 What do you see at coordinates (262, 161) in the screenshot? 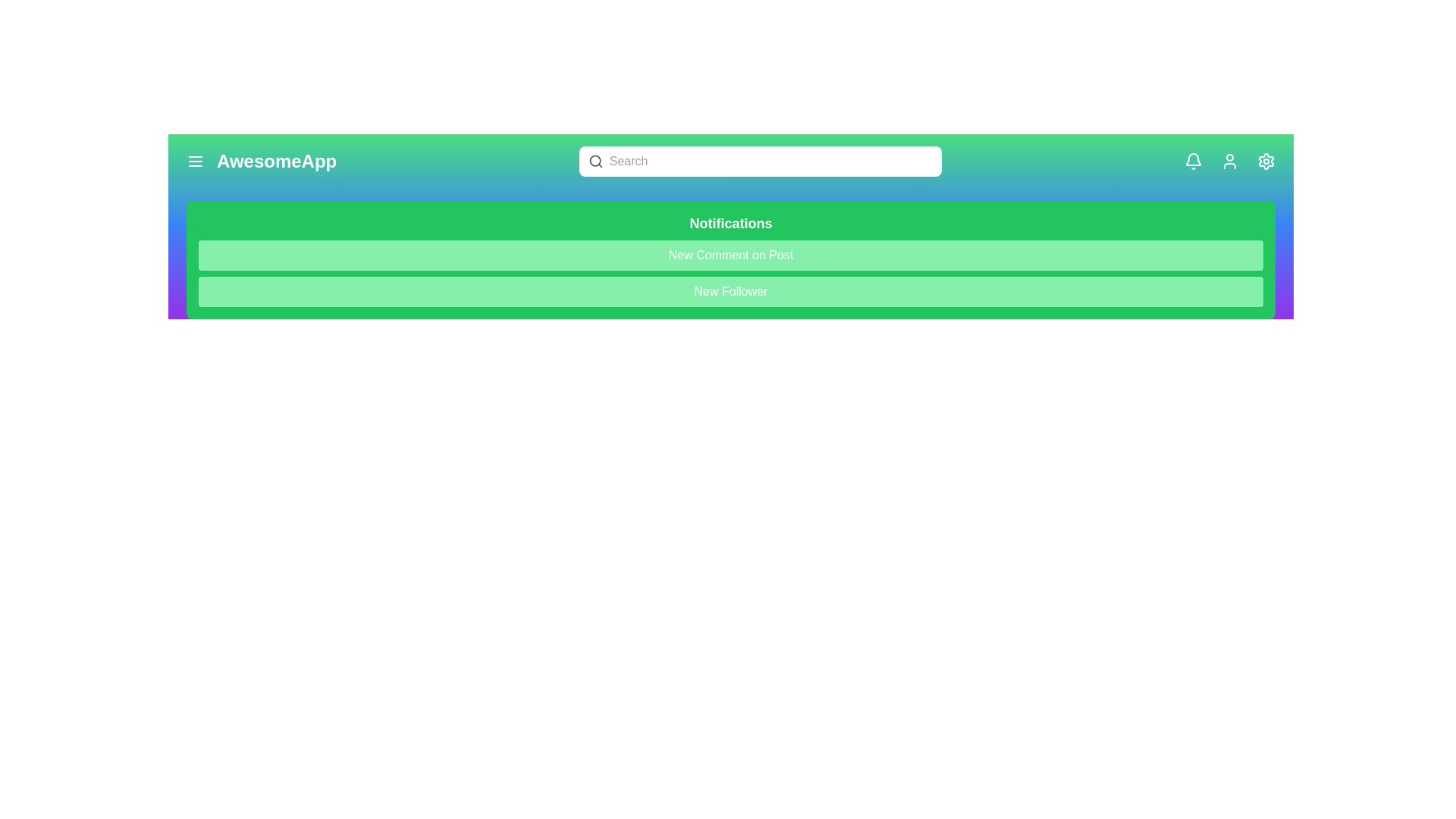
I see `application name 'AwesomeApp' from the composite component consisting of a menu icon and text label, which is positioned at the top-left corner of the interface within the header section` at bounding box center [262, 161].